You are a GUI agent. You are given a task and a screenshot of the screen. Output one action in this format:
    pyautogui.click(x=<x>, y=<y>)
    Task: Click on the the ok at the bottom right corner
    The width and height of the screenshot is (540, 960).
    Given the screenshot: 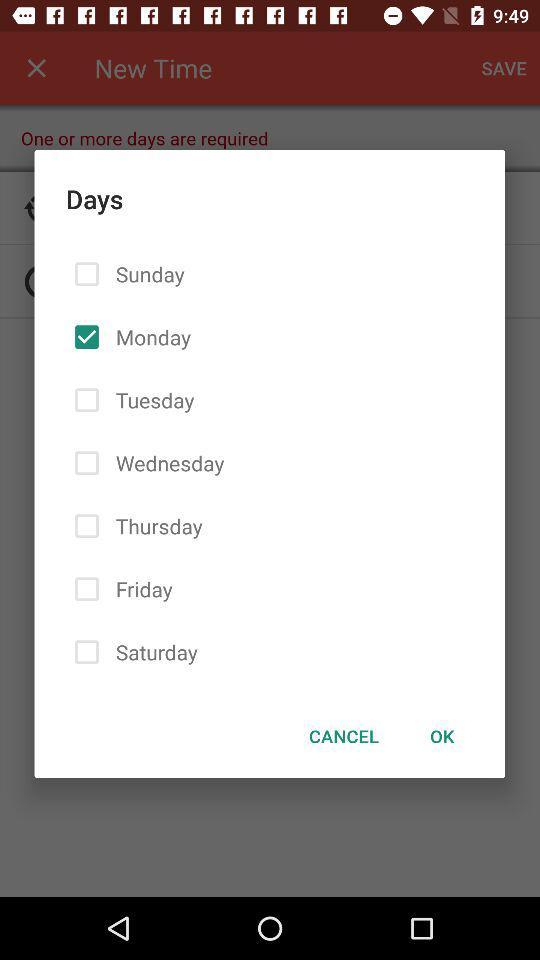 What is the action you would take?
    pyautogui.click(x=442, y=735)
    